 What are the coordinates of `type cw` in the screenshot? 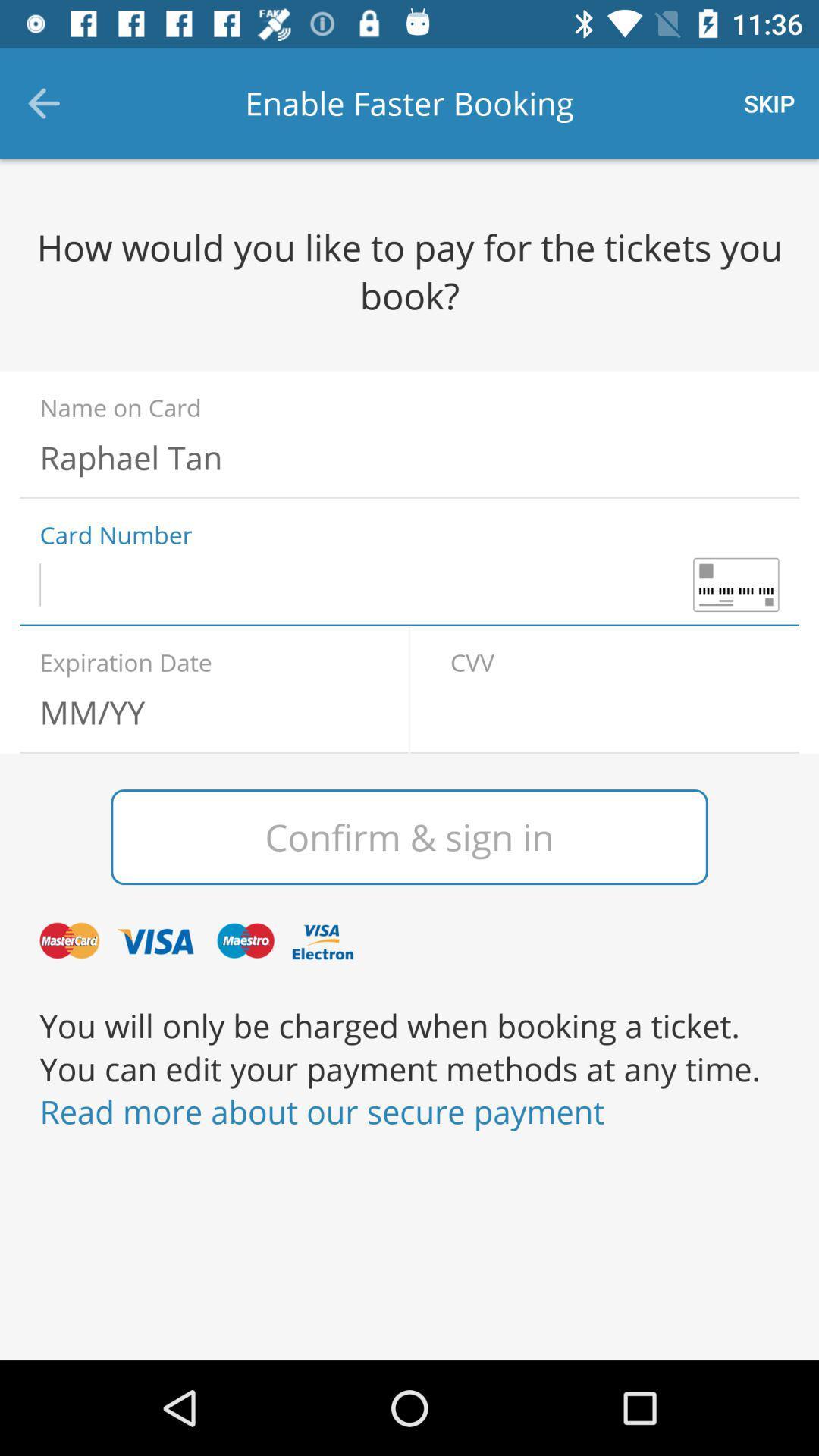 It's located at (614, 711).